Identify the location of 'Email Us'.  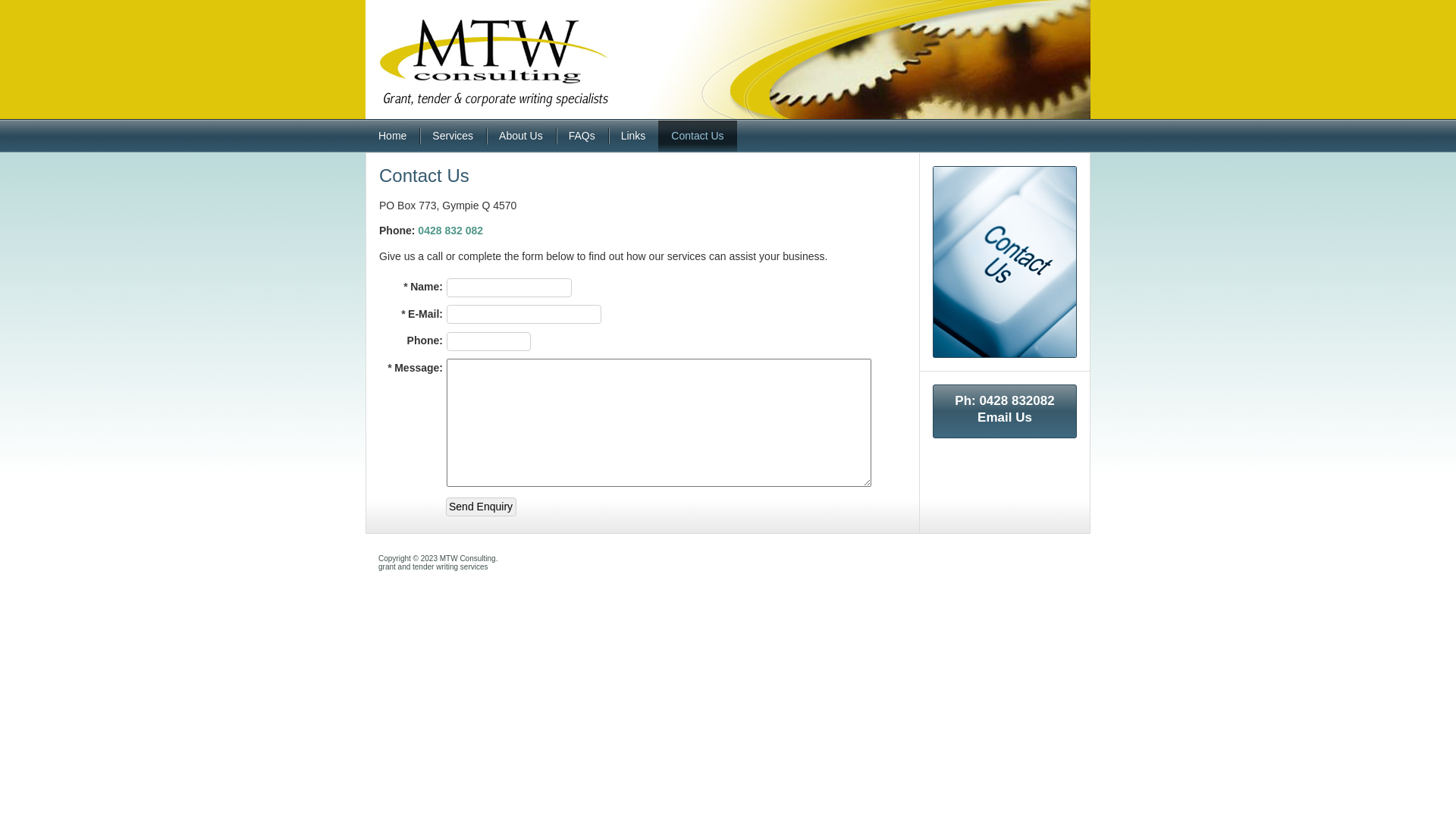
(1004, 417).